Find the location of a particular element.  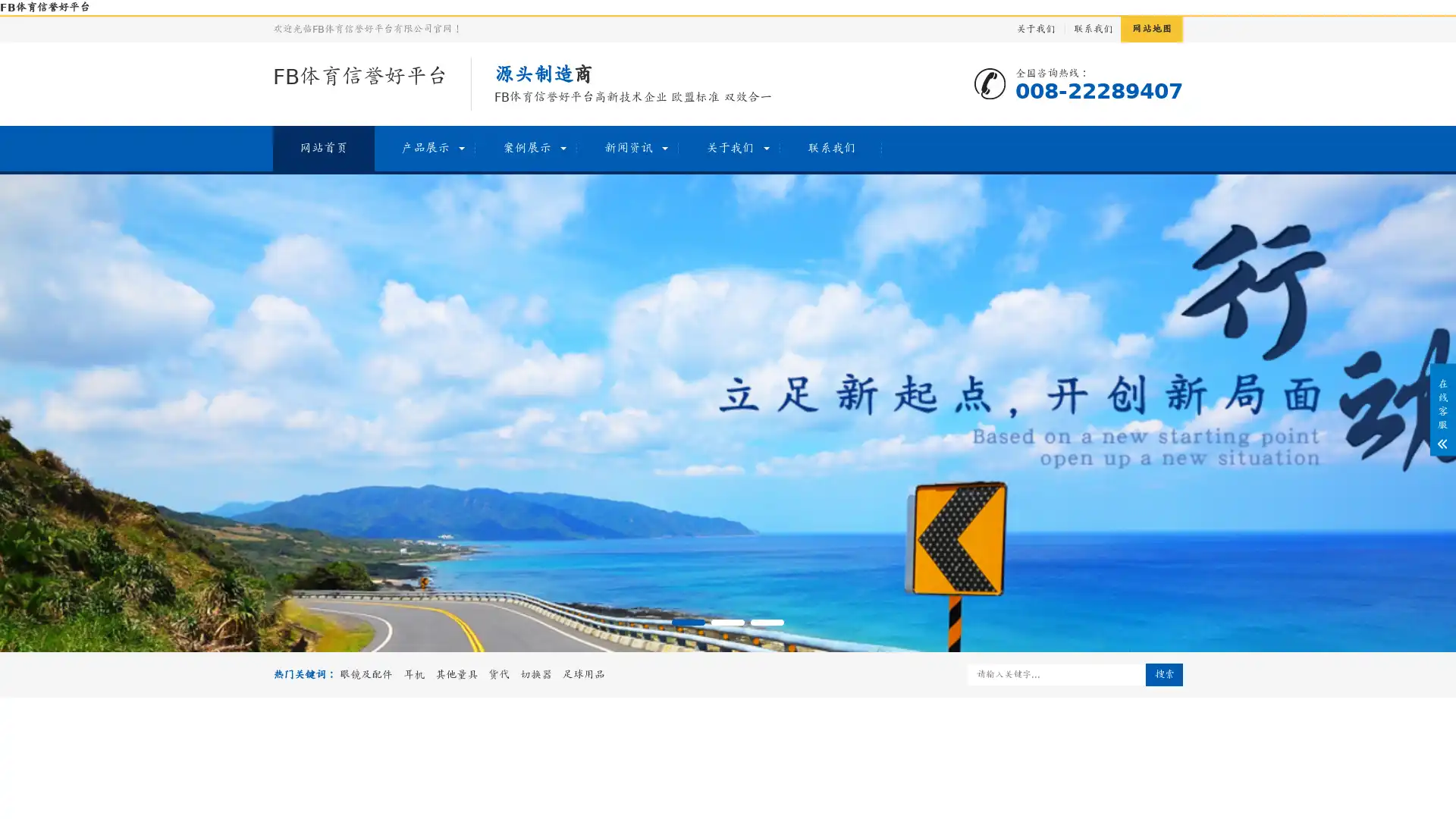

Go to slide 3 is located at coordinates (767, 623).